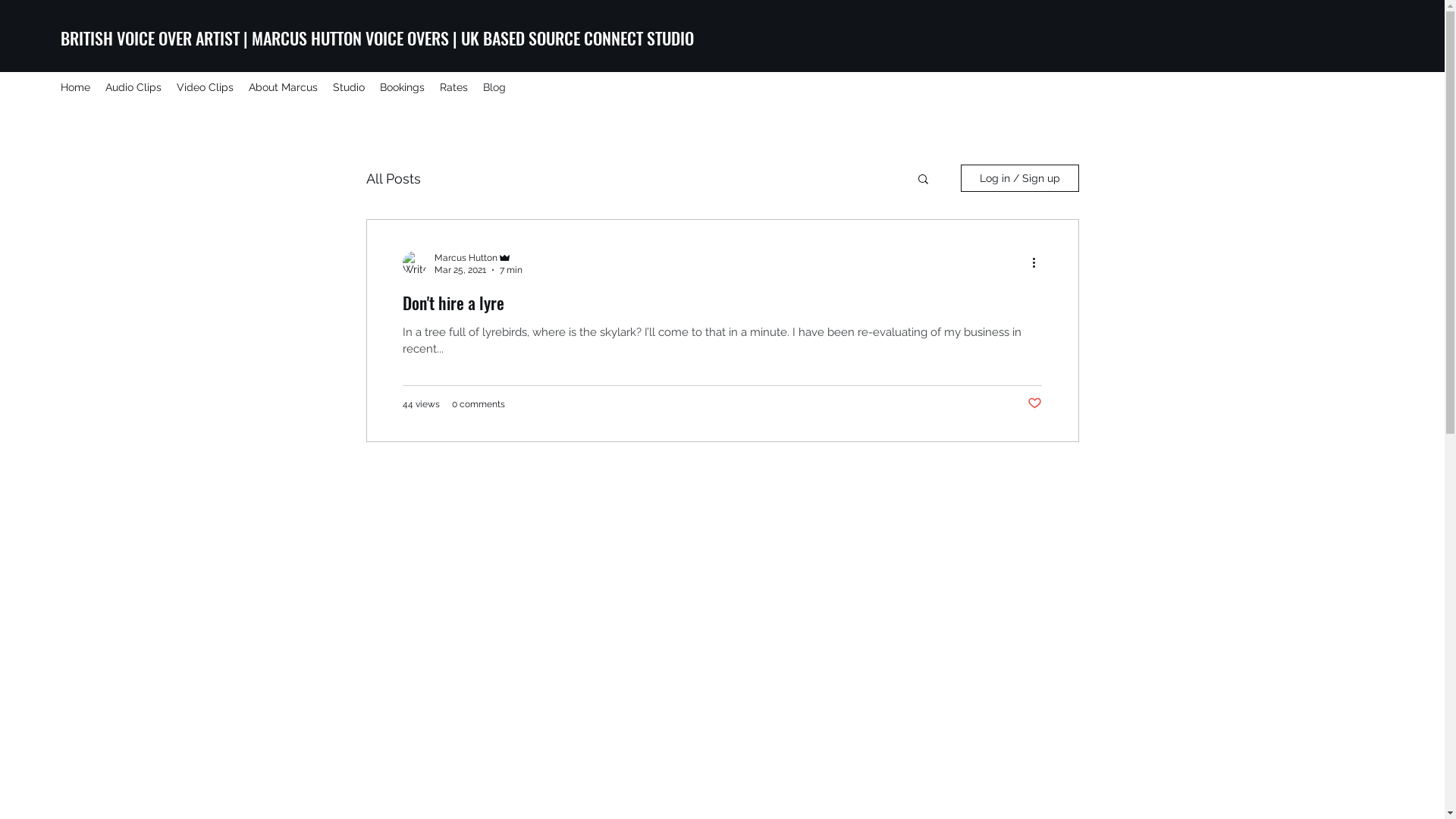 The width and height of the screenshot is (1456, 819). I want to click on 'Log in / Sign up', so click(1019, 177).